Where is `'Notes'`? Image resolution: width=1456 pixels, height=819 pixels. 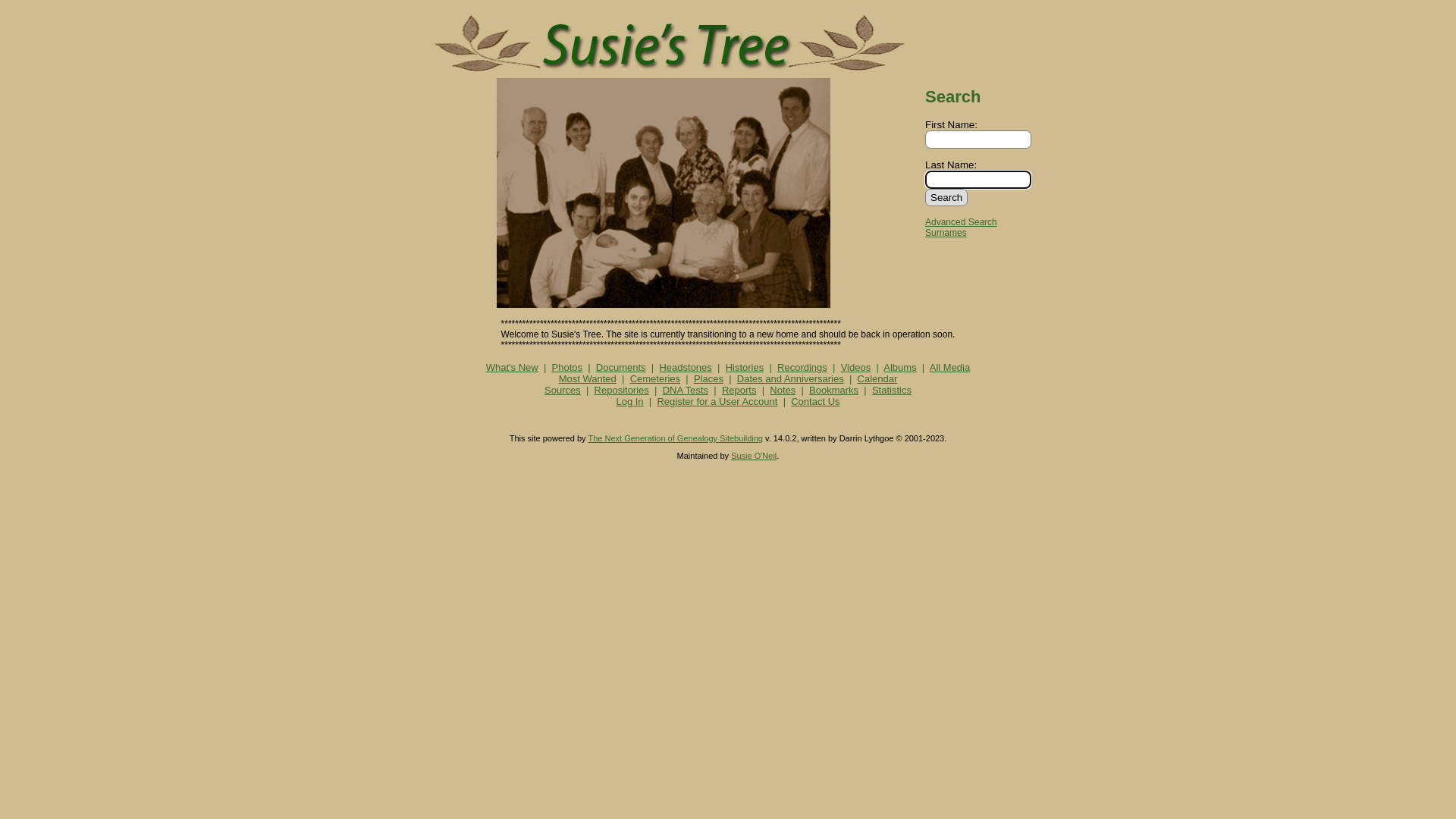 'Notes' is located at coordinates (769, 389).